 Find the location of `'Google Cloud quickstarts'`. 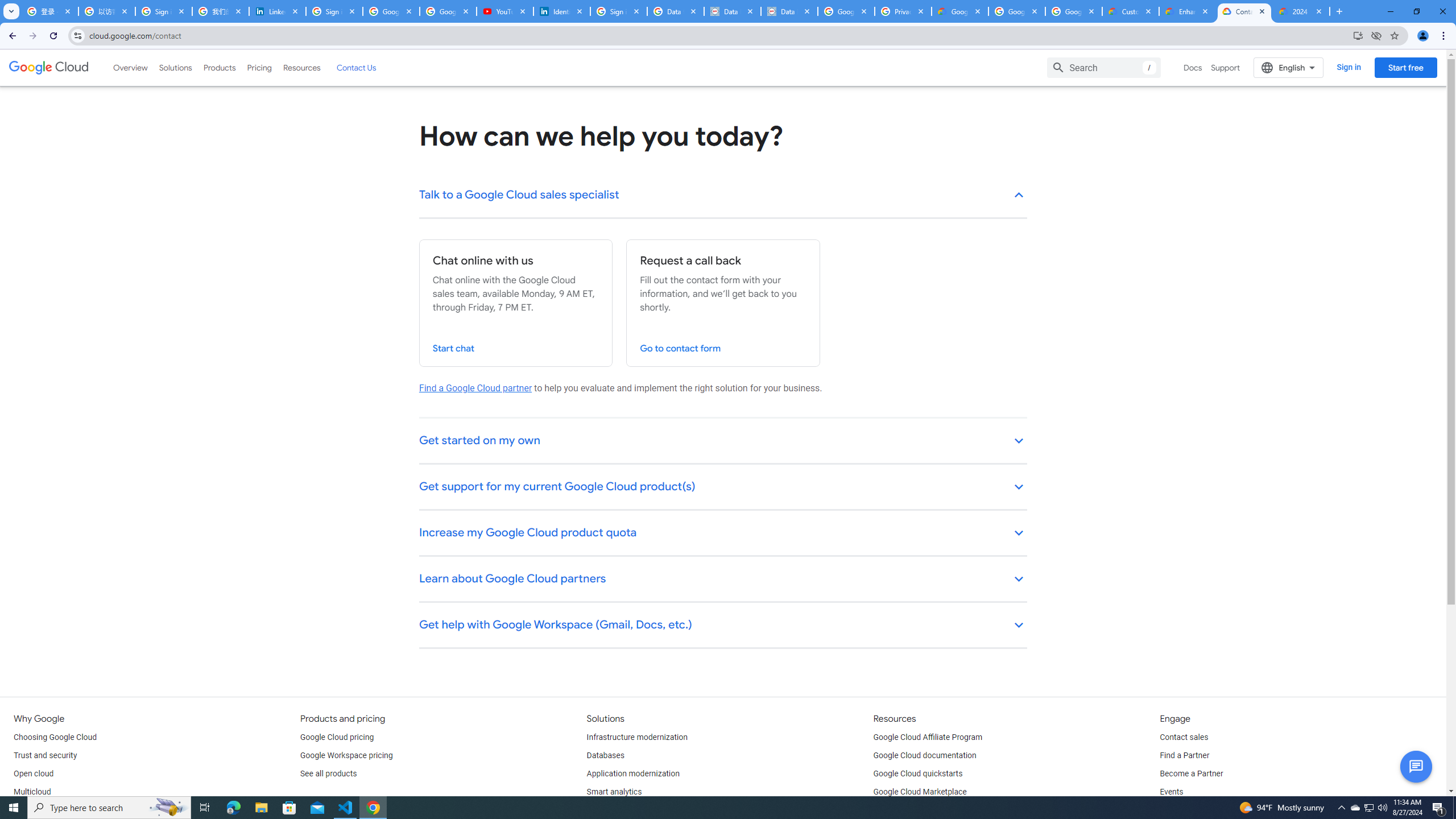

'Google Cloud quickstarts' is located at coordinates (918, 773).